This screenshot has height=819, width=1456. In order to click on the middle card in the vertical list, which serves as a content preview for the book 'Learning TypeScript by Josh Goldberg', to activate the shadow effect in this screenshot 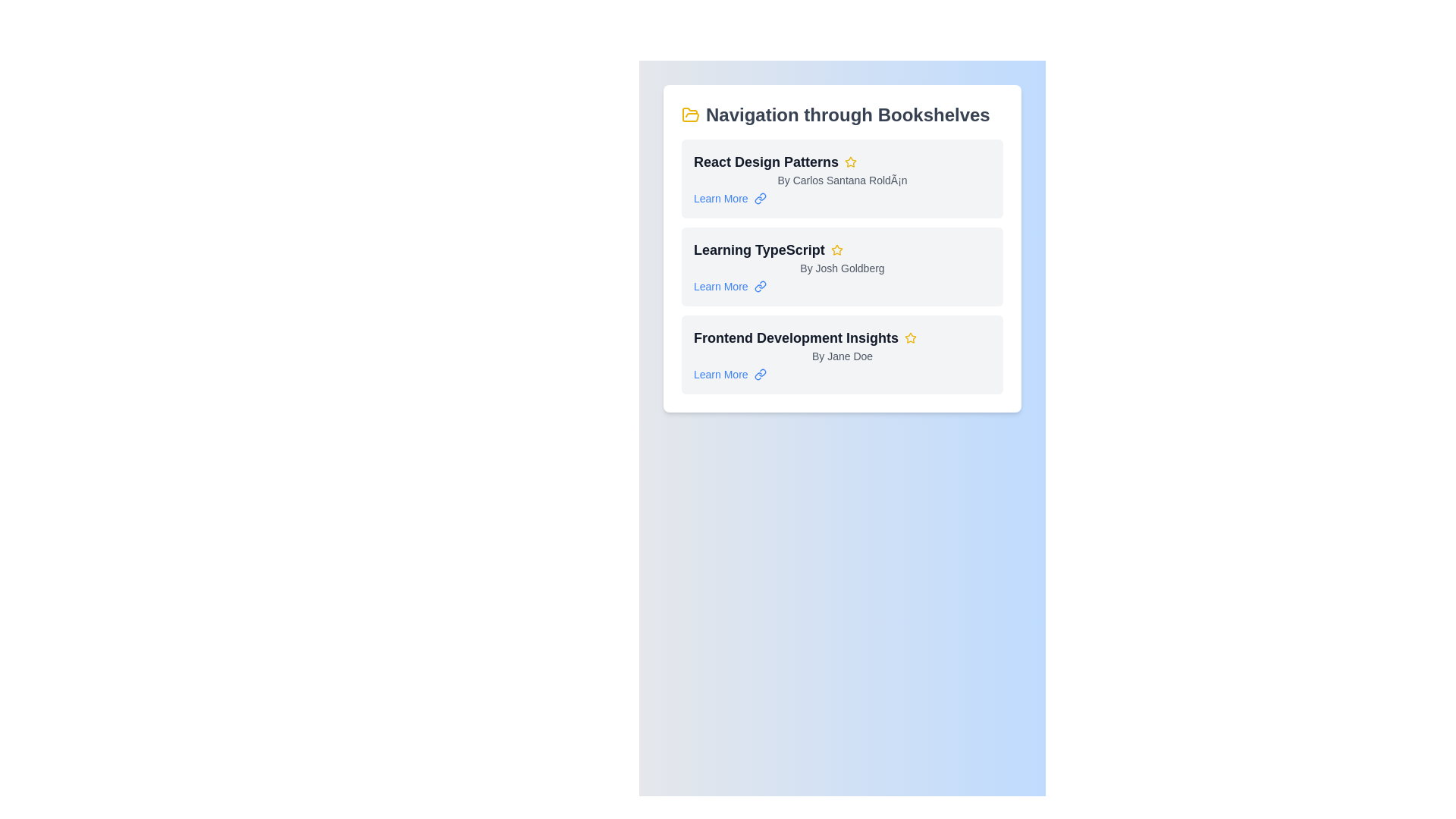, I will do `click(841, 265)`.